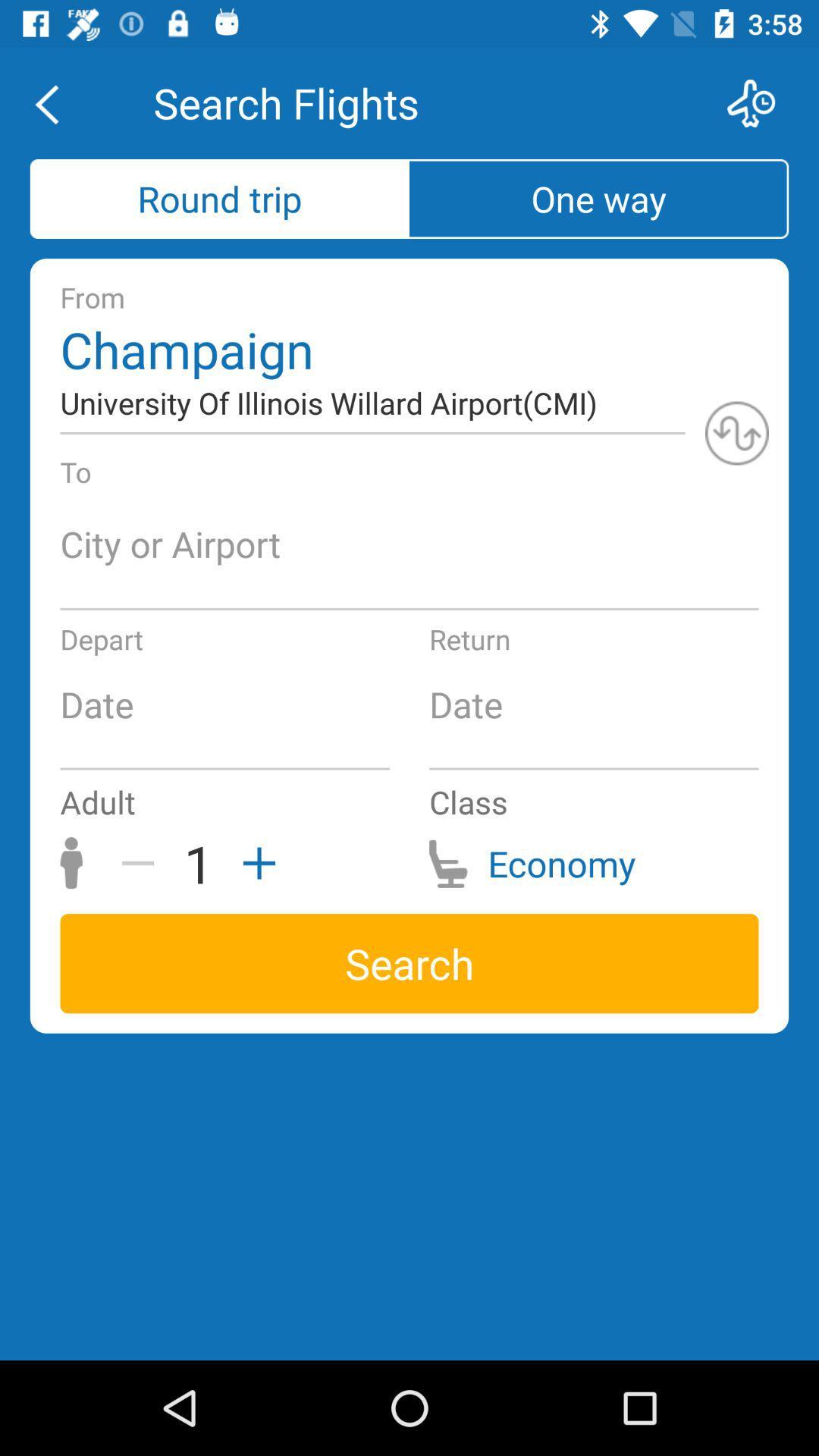  Describe the element at coordinates (761, 102) in the screenshot. I see `switch on flight timings` at that location.